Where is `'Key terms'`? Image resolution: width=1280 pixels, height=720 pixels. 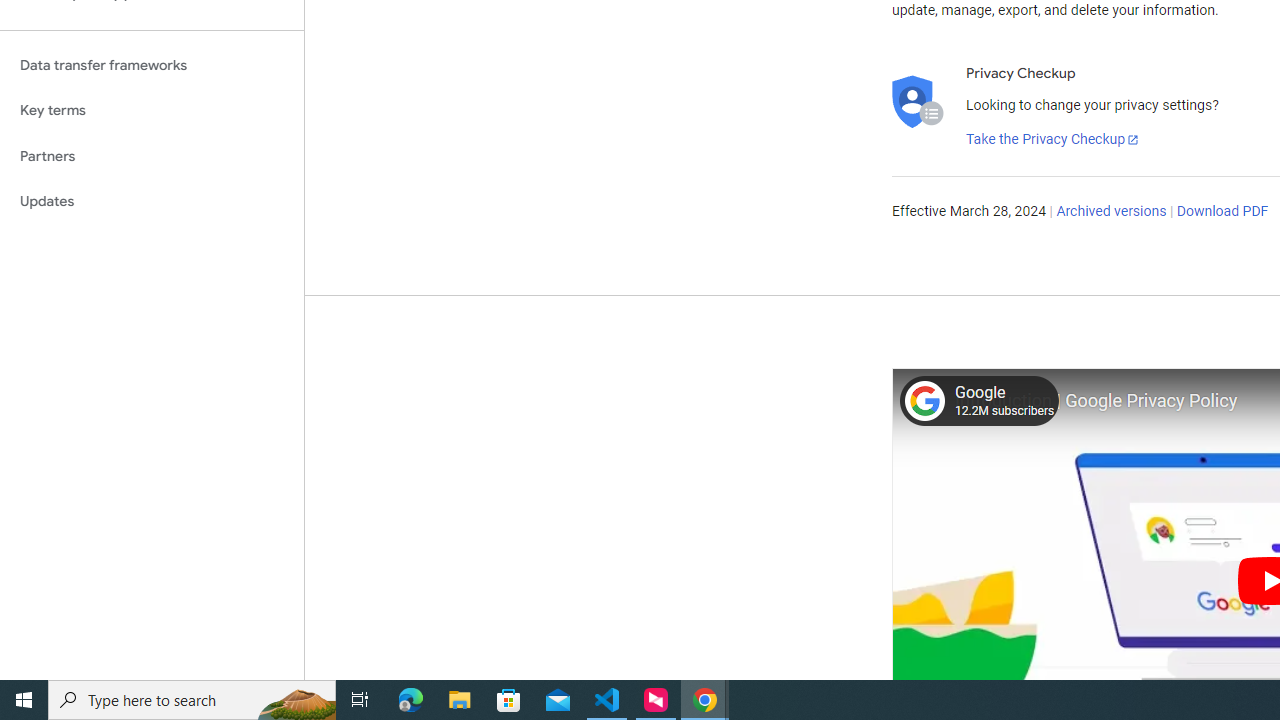 'Key terms' is located at coordinates (151, 110).